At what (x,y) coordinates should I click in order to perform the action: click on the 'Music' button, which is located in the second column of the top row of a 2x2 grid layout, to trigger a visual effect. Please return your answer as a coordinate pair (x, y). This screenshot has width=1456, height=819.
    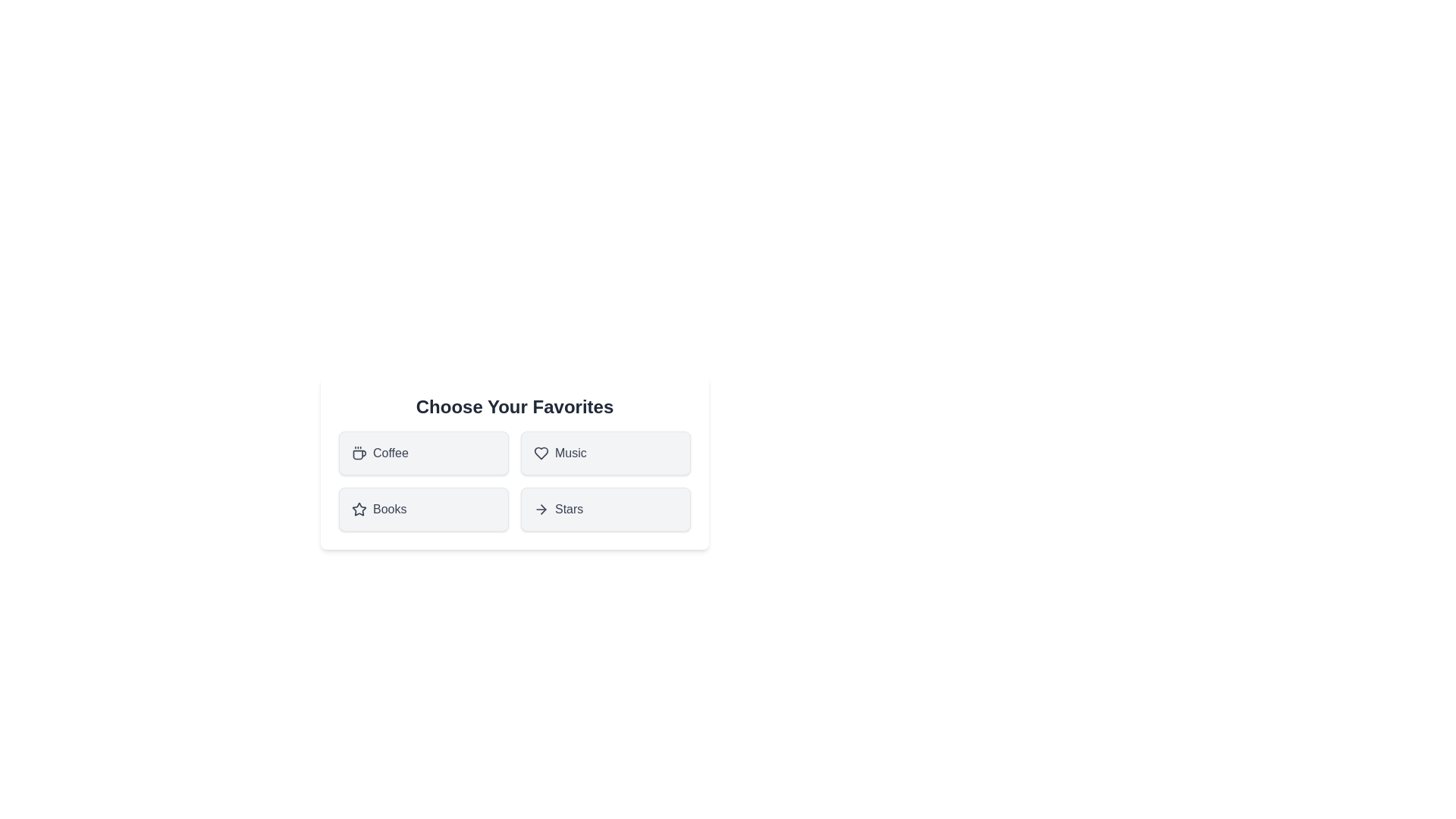
    Looking at the image, I should click on (604, 452).